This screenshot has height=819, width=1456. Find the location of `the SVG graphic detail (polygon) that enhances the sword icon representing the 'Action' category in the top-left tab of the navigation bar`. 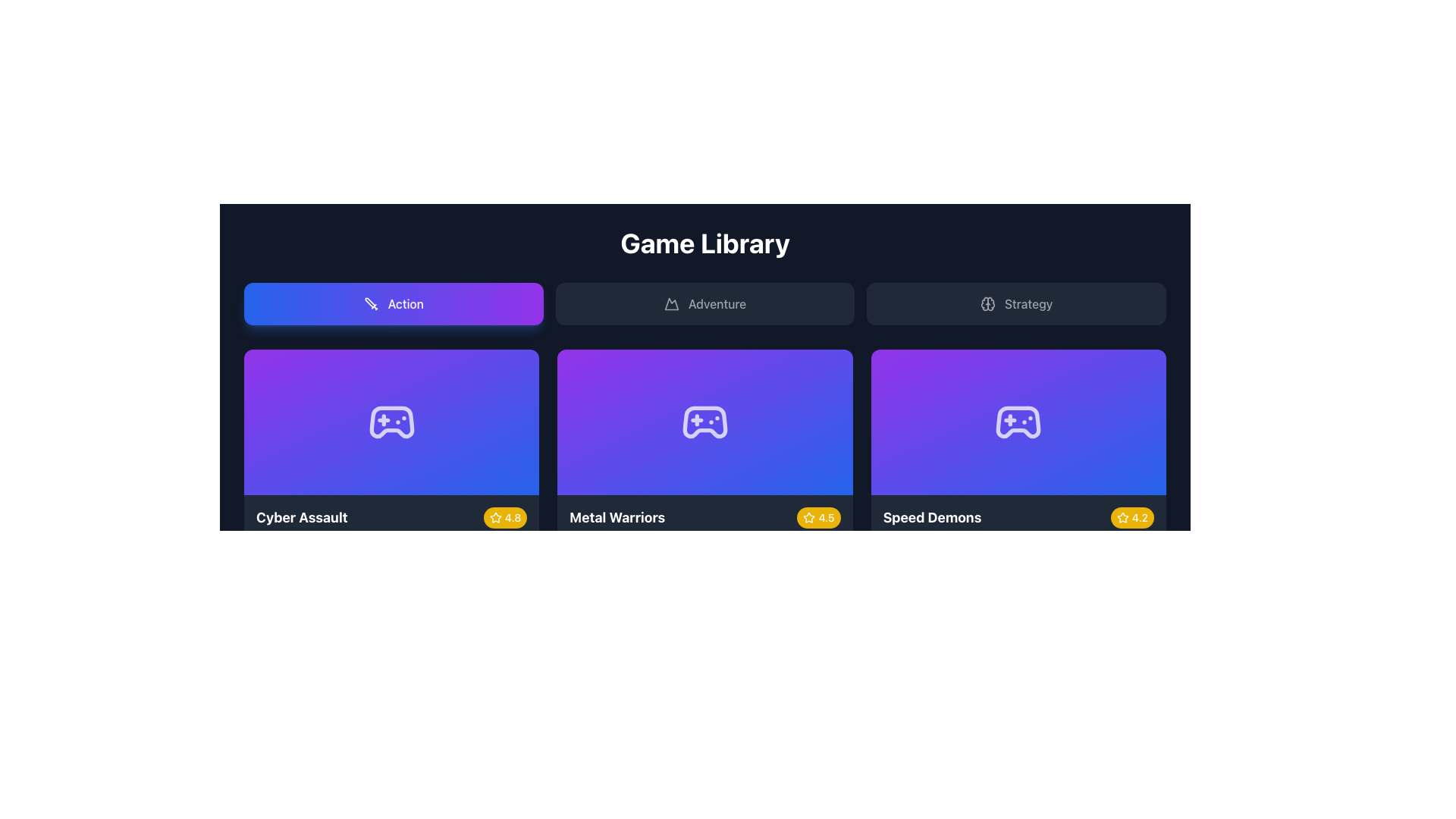

the SVG graphic detail (polygon) that enhances the sword icon representing the 'Action' category in the top-left tab of the navigation bar is located at coordinates (370, 303).